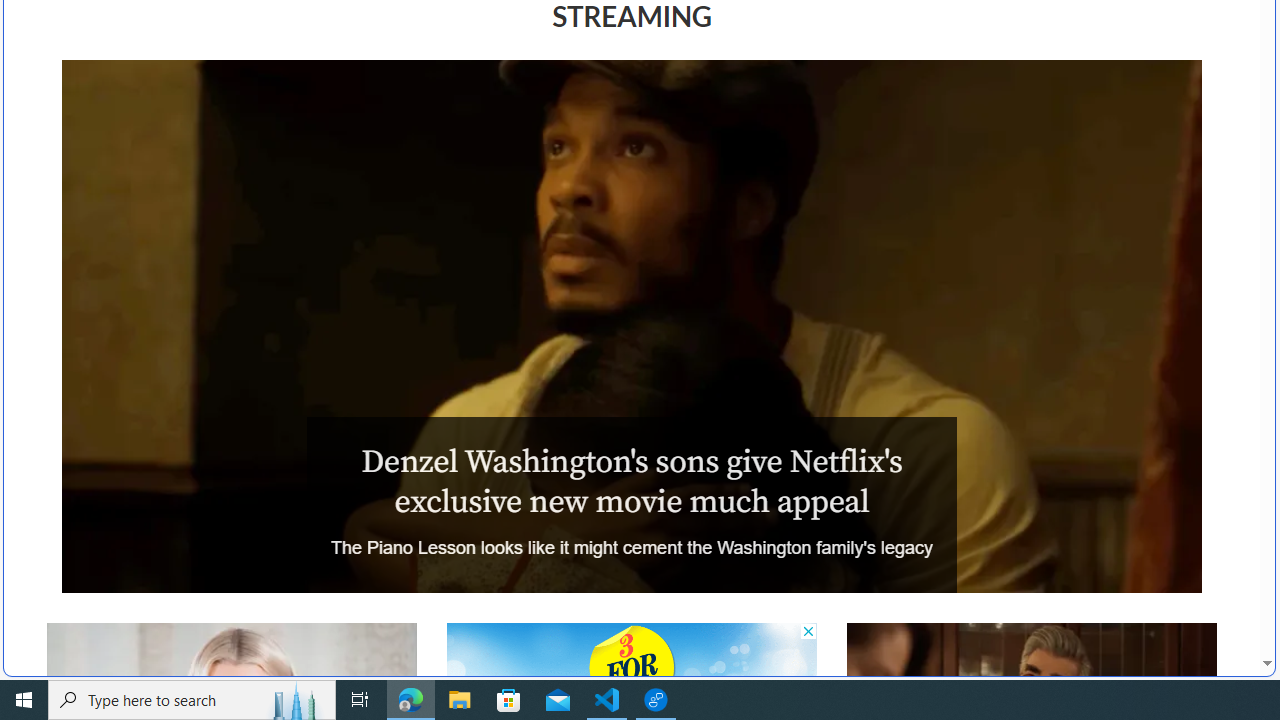 This screenshot has width=1280, height=720. What do you see at coordinates (630, 325) in the screenshot?
I see `'The Piano Lesson'` at bounding box center [630, 325].